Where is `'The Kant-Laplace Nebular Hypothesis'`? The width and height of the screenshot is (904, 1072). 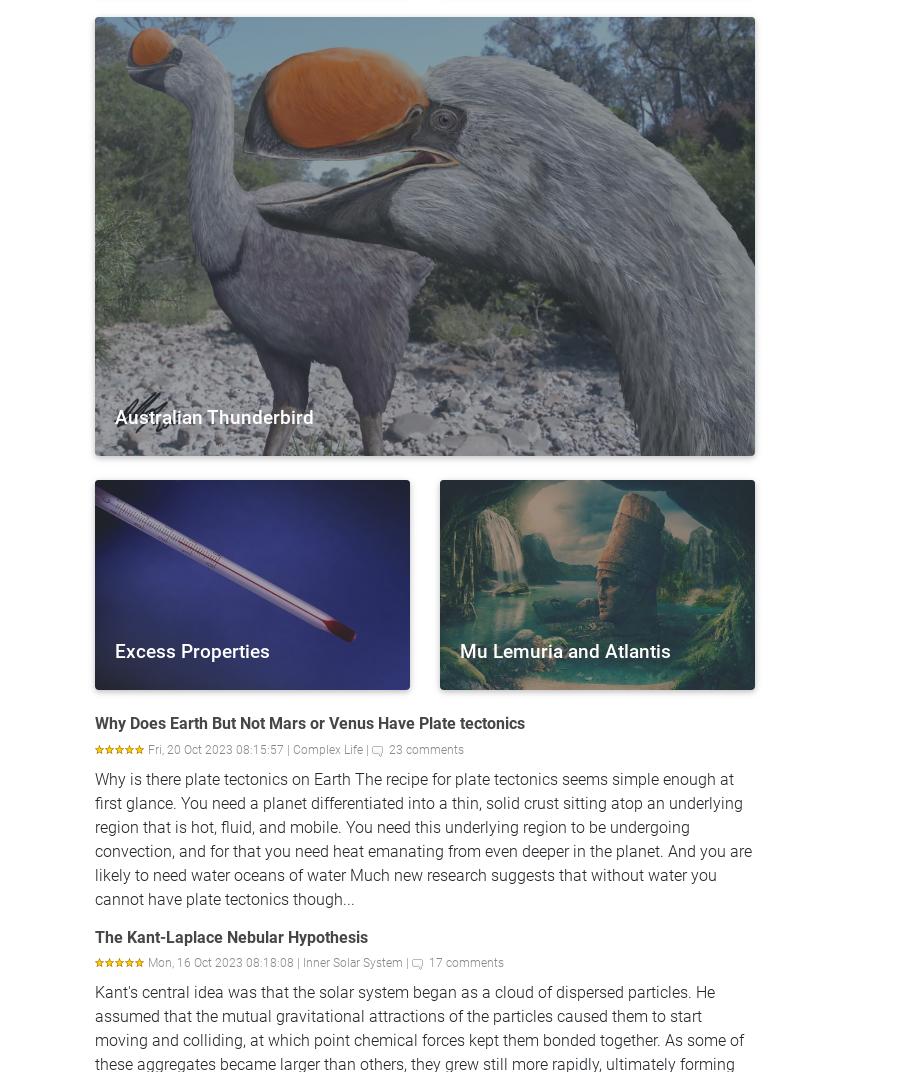 'The Kant-Laplace Nebular Hypothesis' is located at coordinates (95, 936).